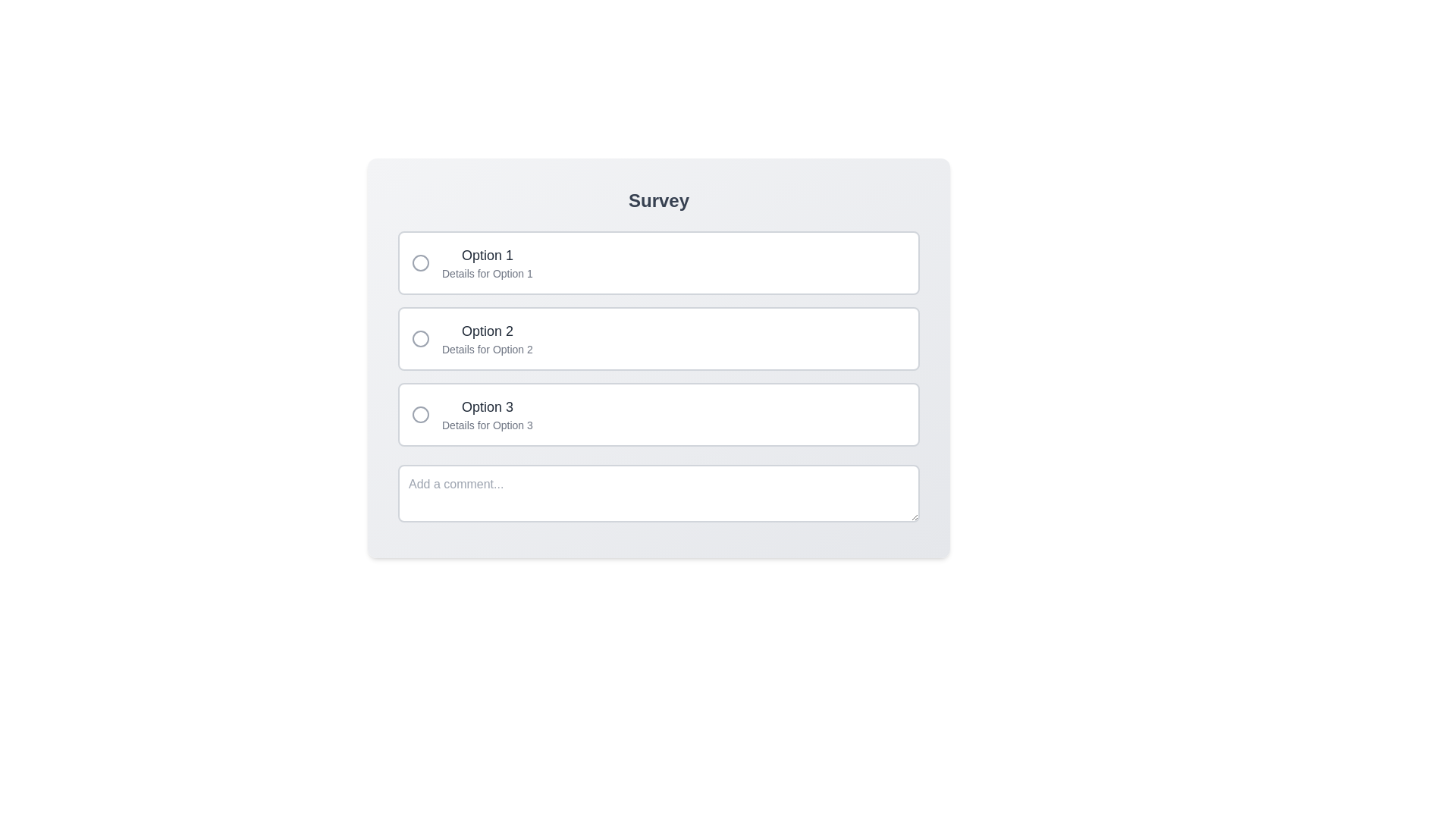  Describe the element at coordinates (421, 338) in the screenshot. I see `the radio button for 'Option 2'` at that location.